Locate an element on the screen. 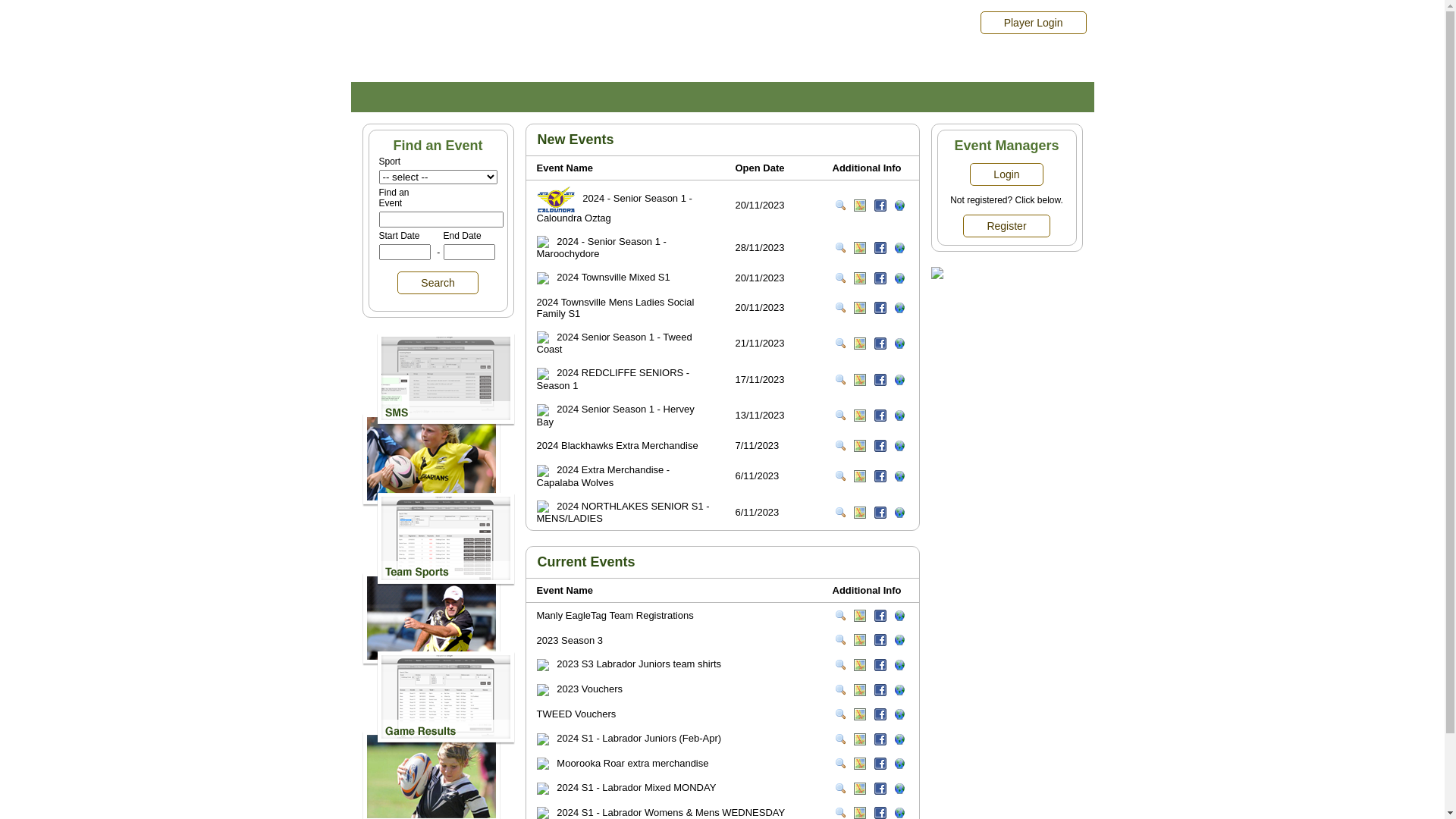  'Follow on facebook' is located at coordinates (880, 205).